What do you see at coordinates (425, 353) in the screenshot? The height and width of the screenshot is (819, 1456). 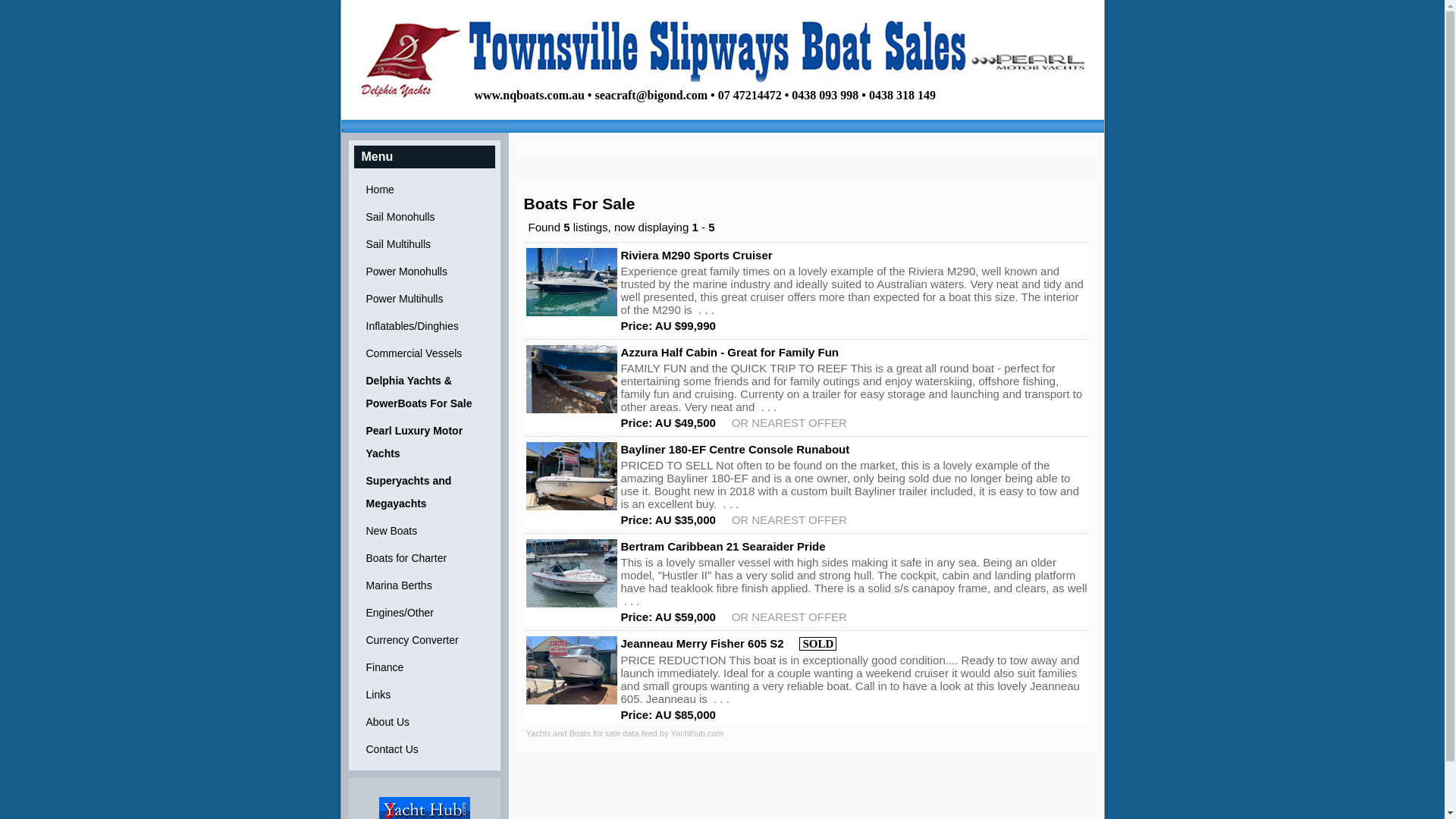 I see `'Commercial Vessels'` at bounding box center [425, 353].